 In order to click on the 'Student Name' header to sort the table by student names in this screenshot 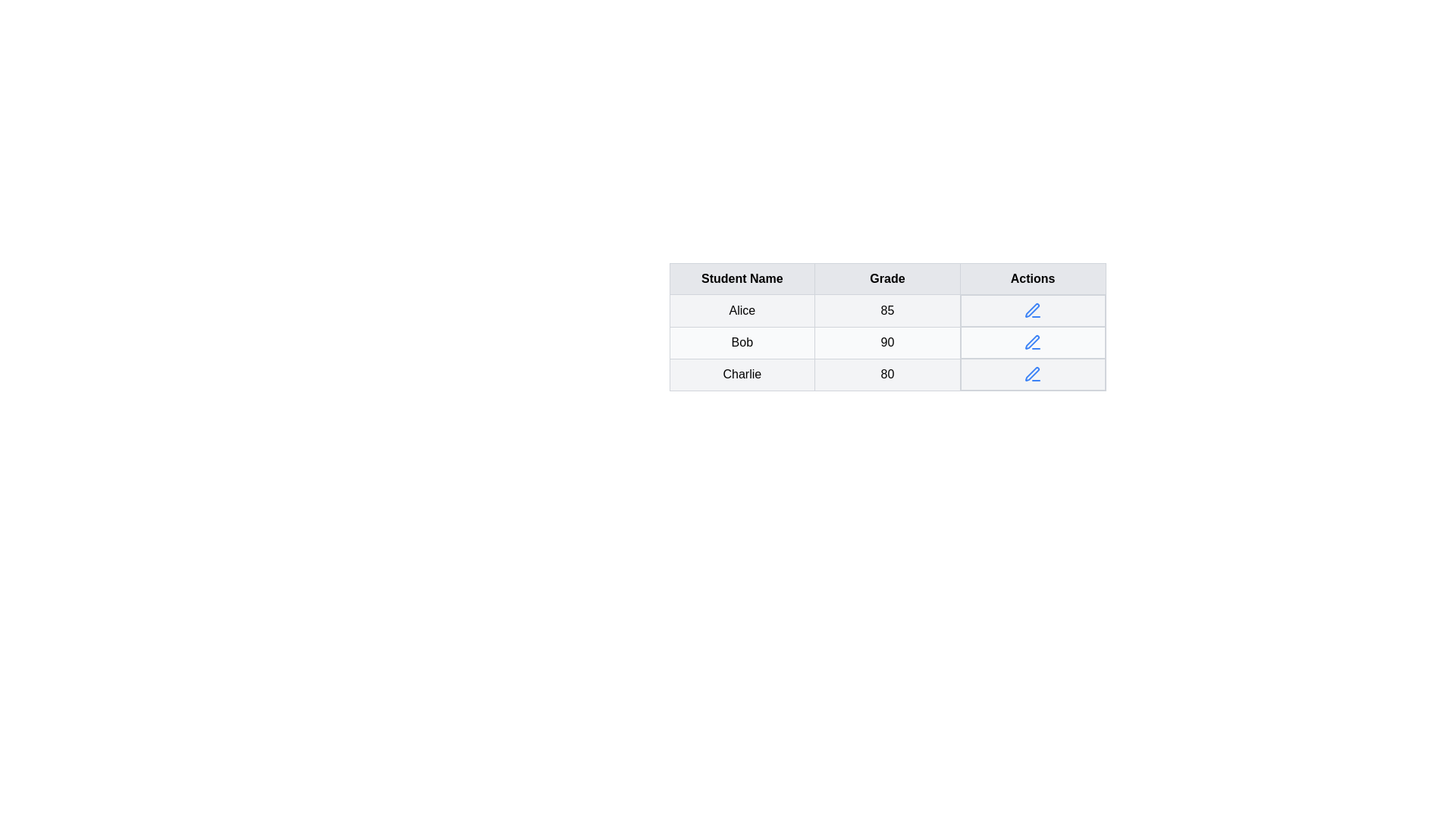, I will do `click(742, 278)`.